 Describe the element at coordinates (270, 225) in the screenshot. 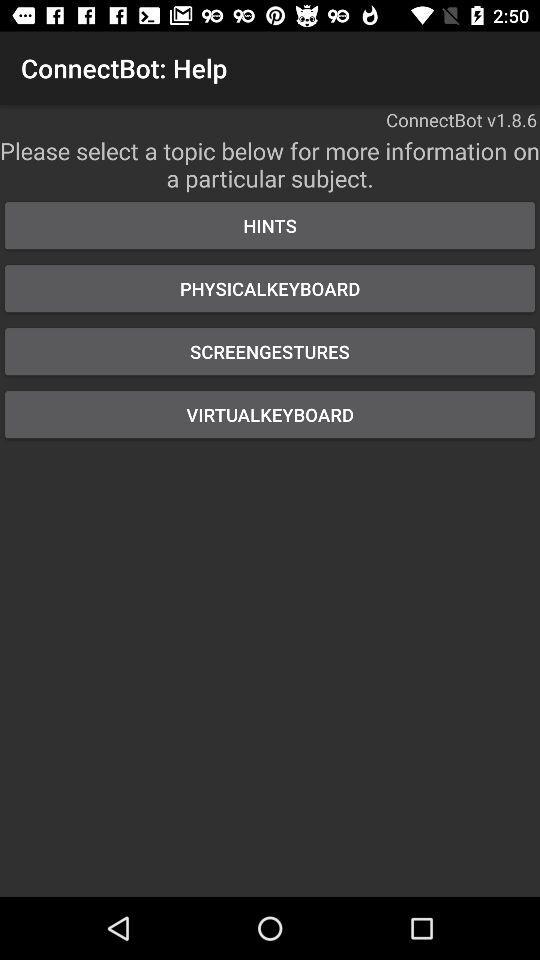

I see `the item above the physicalkeyboard button` at that location.